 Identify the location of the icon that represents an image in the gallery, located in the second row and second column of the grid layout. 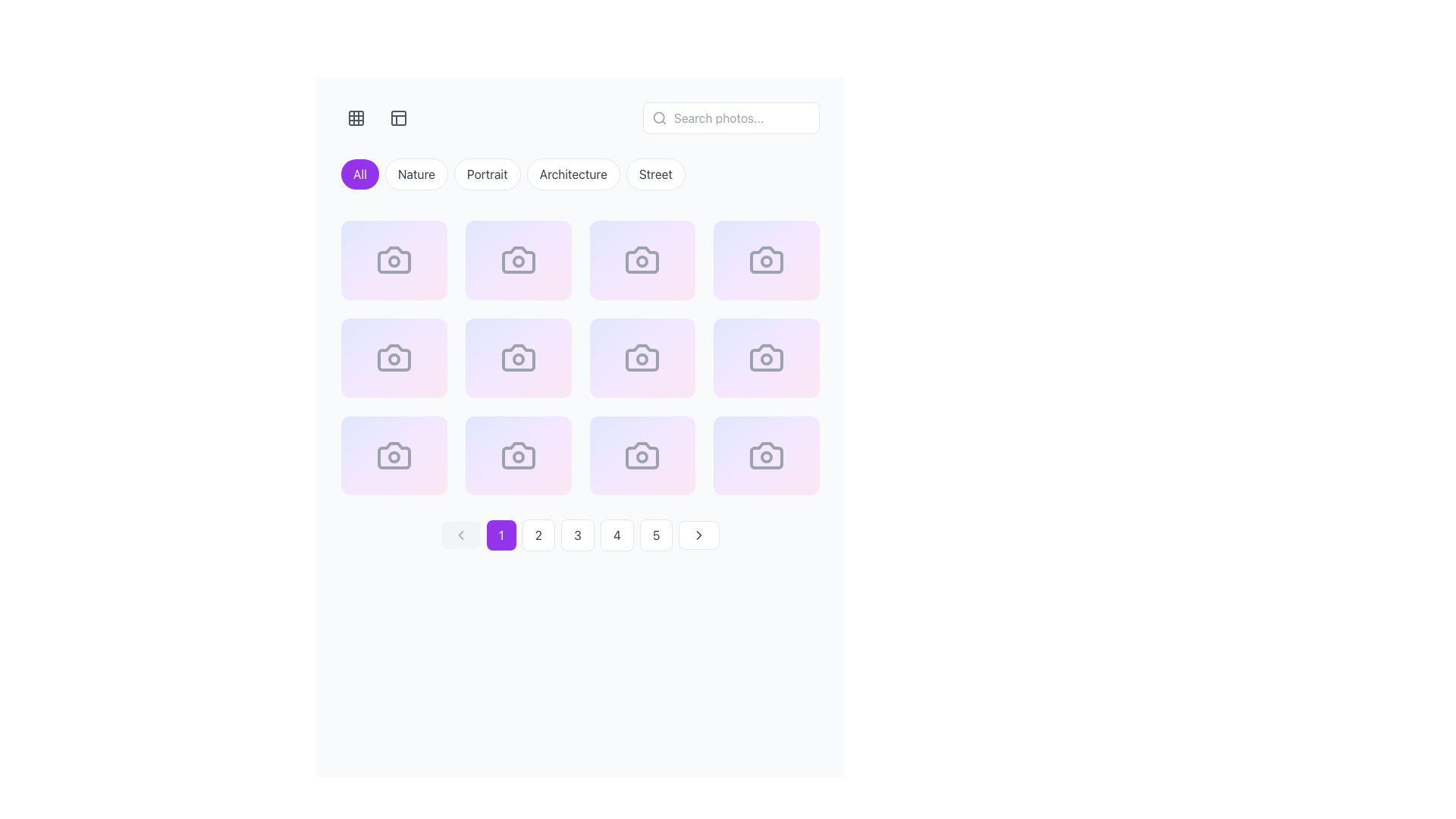
(642, 259).